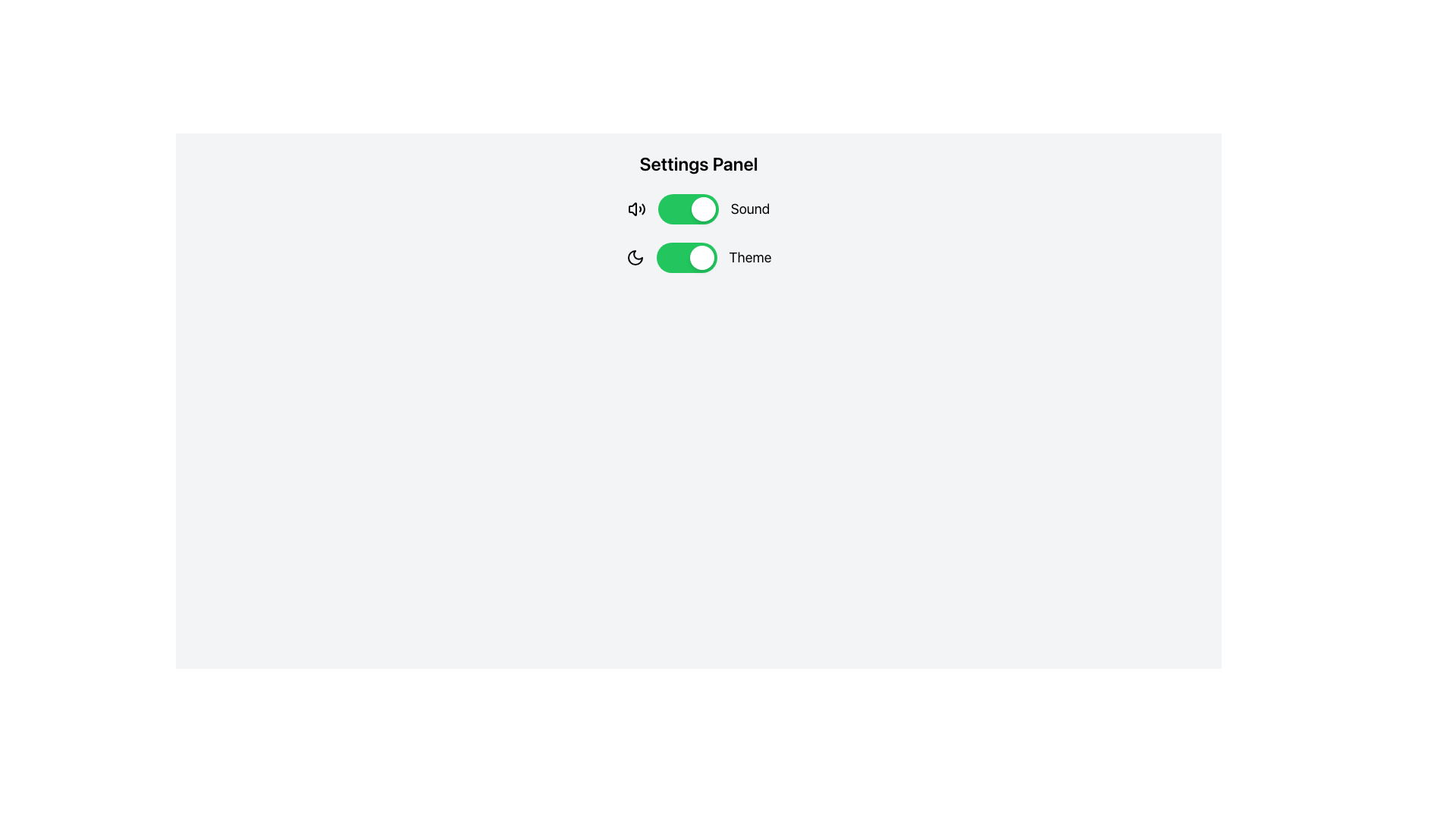  Describe the element at coordinates (687, 209) in the screenshot. I see `the green toggle switch, which is currently in the active state` at that location.